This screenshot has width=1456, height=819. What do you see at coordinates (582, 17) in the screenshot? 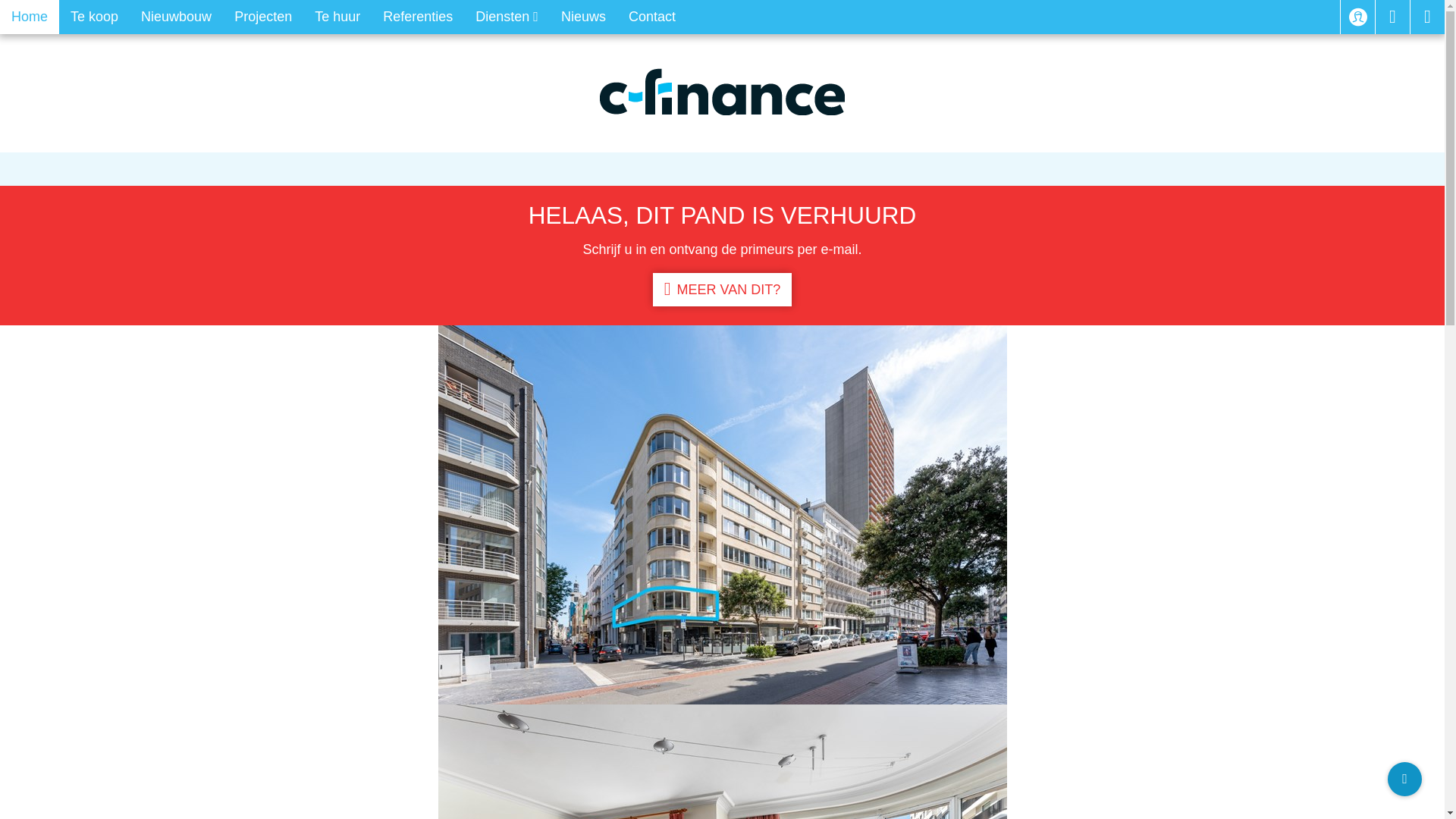
I see `'Nieuws'` at bounding box center [582, 17].